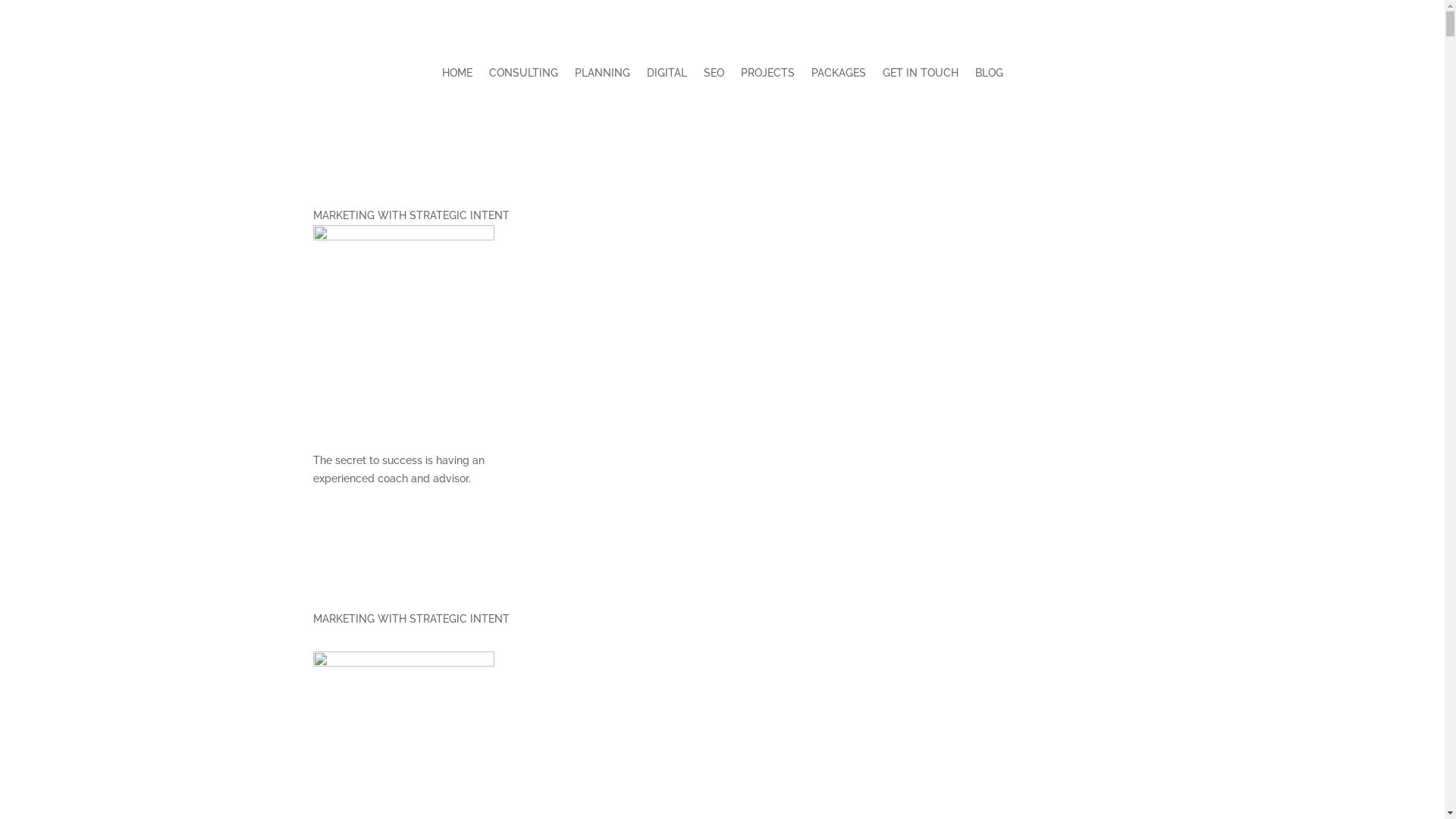  What do you see at coordinates (574, 76) in the screenshot?
I see `'PLANNING'` at bounding box center [574, 76].